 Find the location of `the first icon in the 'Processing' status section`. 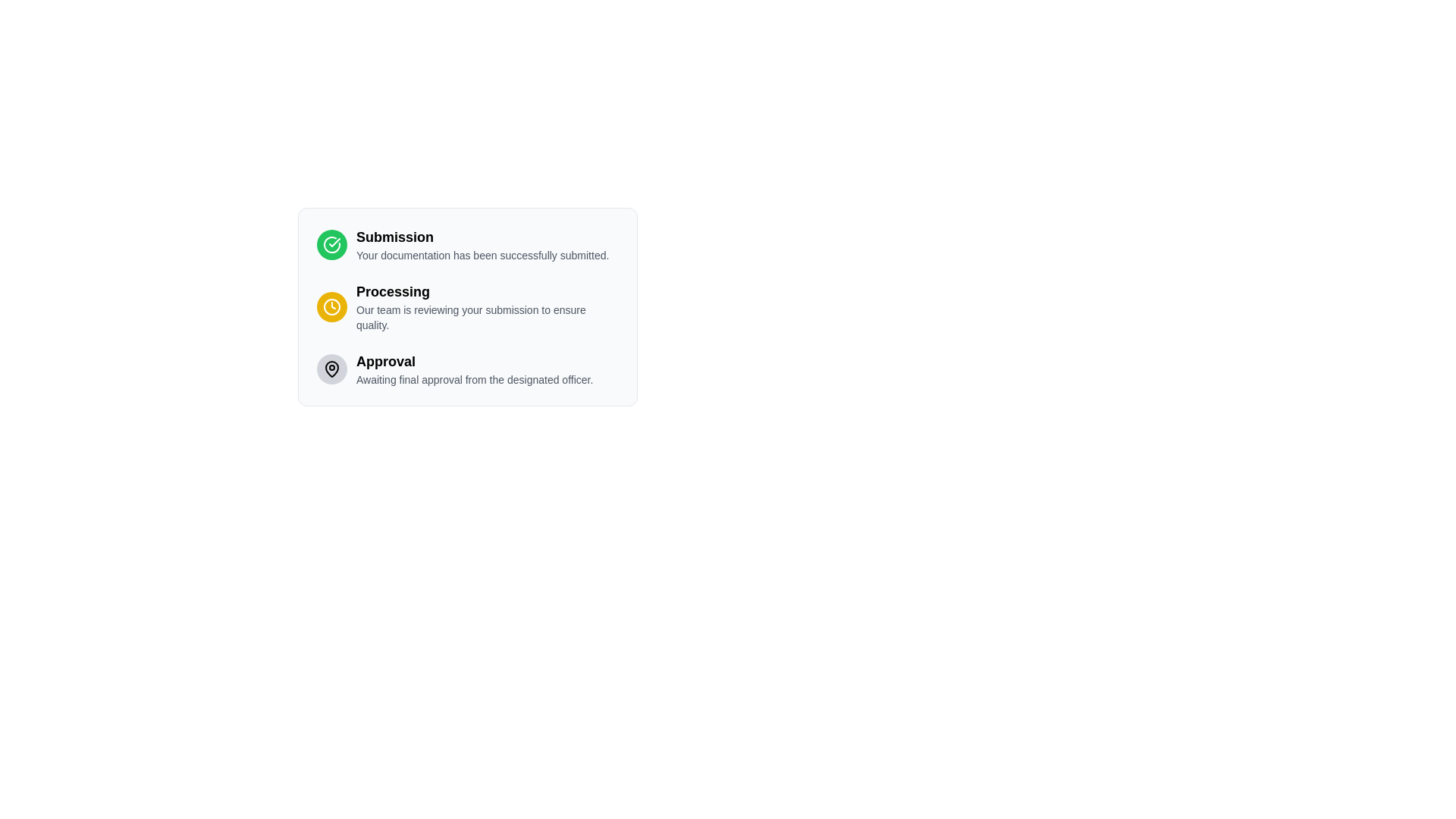

the first icon in the 'Processing' status section is located at coordinates (331, 307).